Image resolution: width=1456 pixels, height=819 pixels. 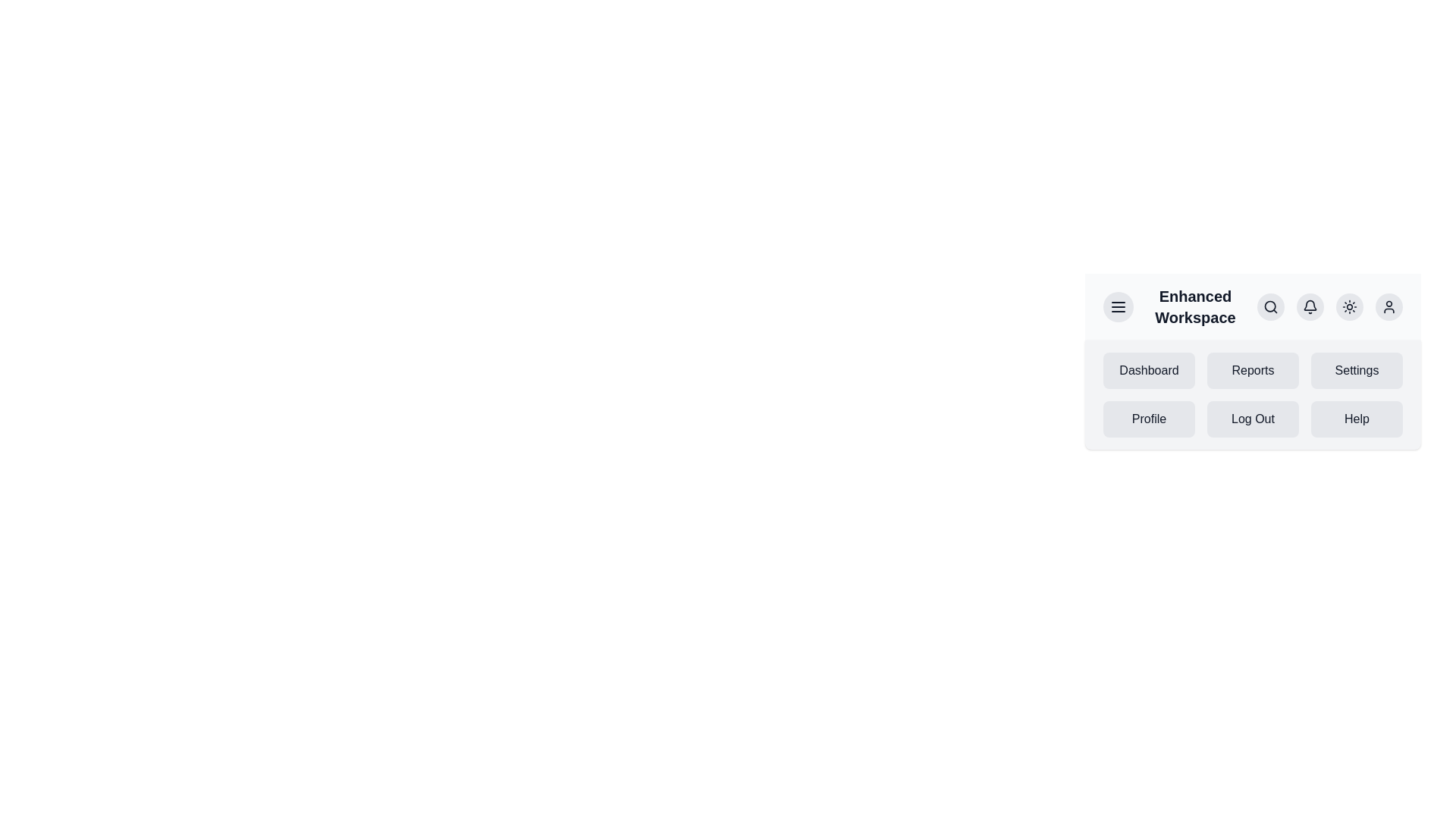 What do you see at coordinates (1118, 307) in the screenshot?
I see `the menu toggle button to toggle the menu visibility` at bounding box center [1118, 307].